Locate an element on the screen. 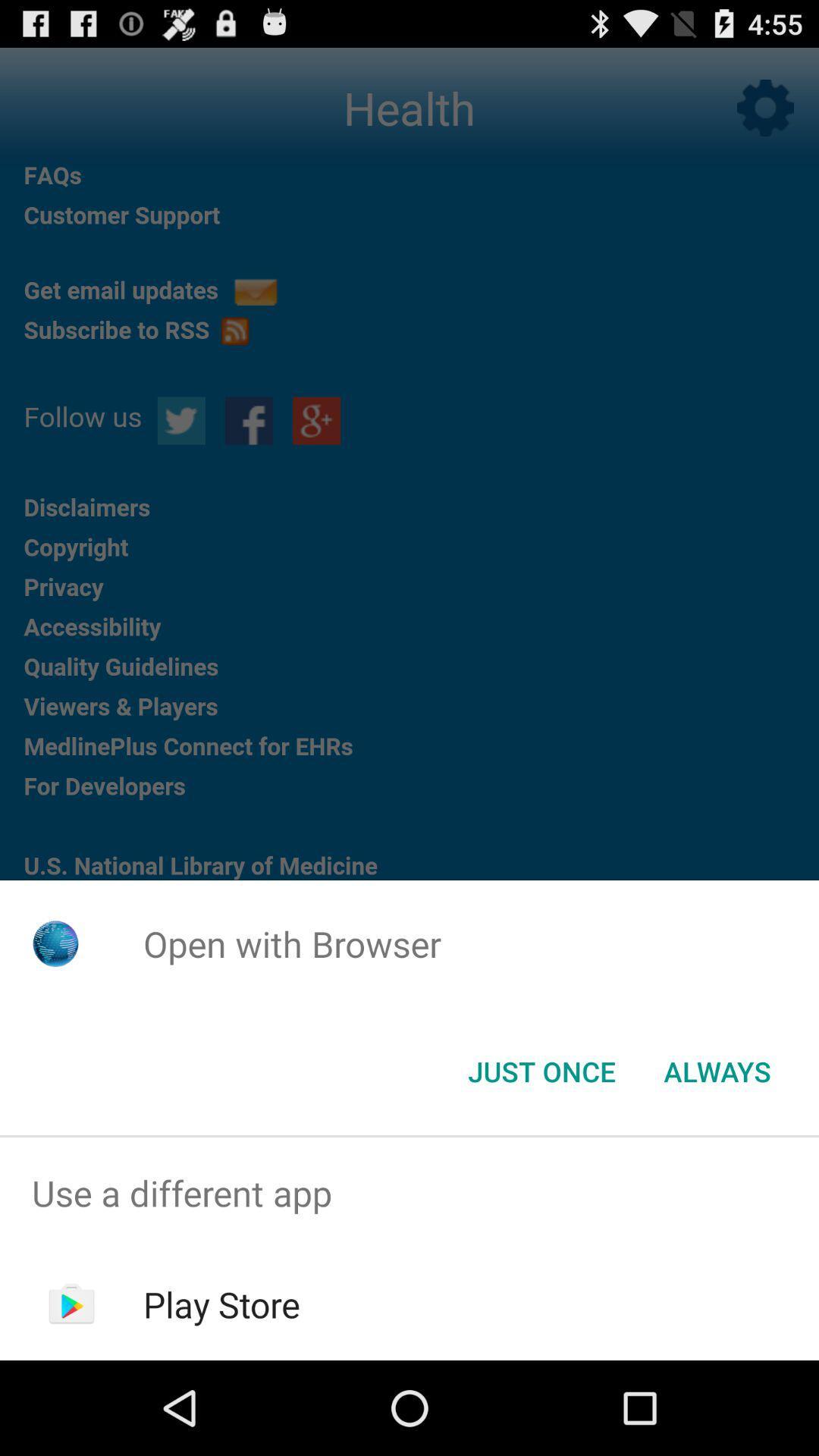 This screenshot has width=819, height=1456. always is located at coordinates (717, 1070).